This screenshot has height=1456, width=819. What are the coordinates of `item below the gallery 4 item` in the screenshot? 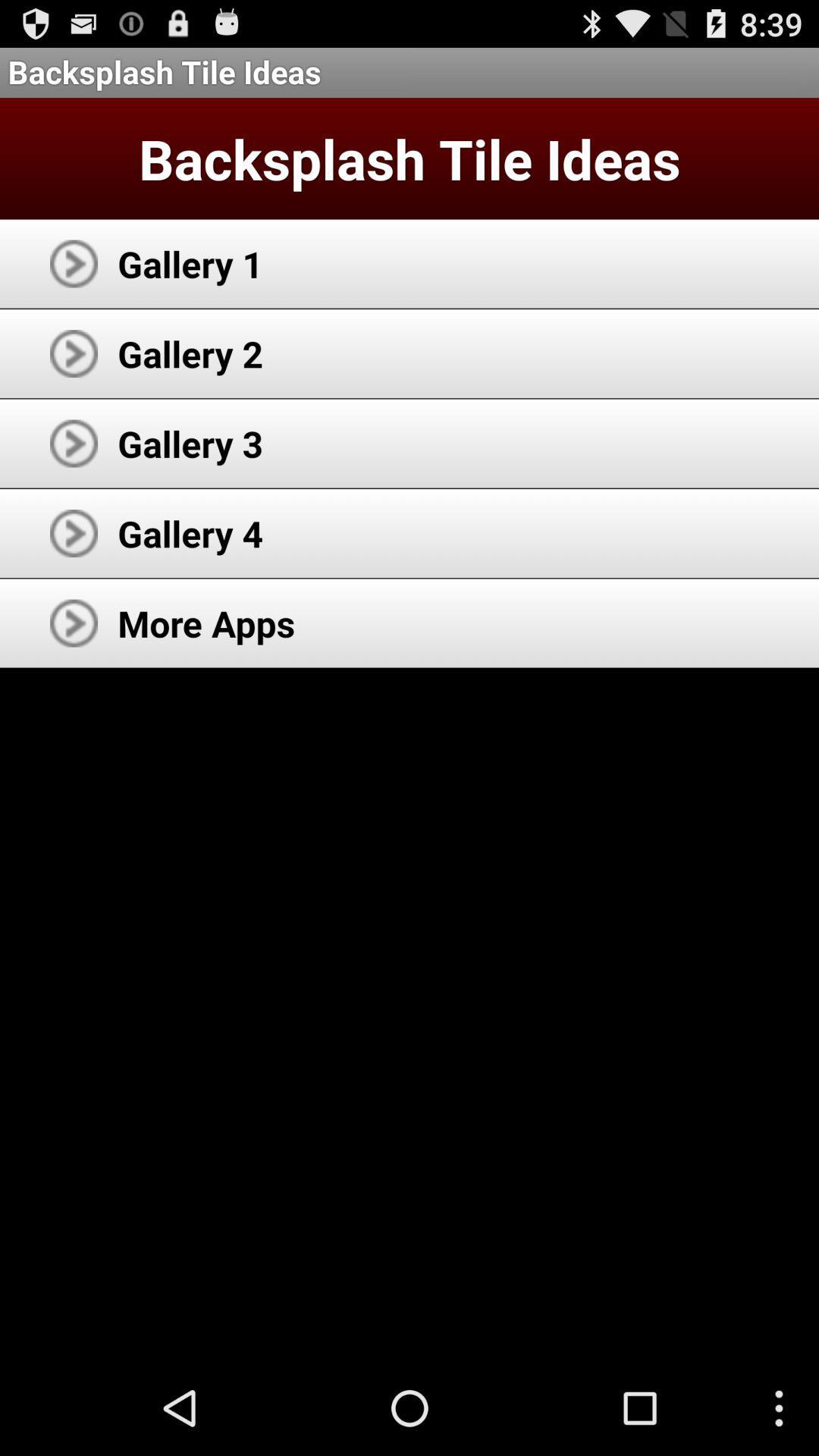 It's located at (206, 623).